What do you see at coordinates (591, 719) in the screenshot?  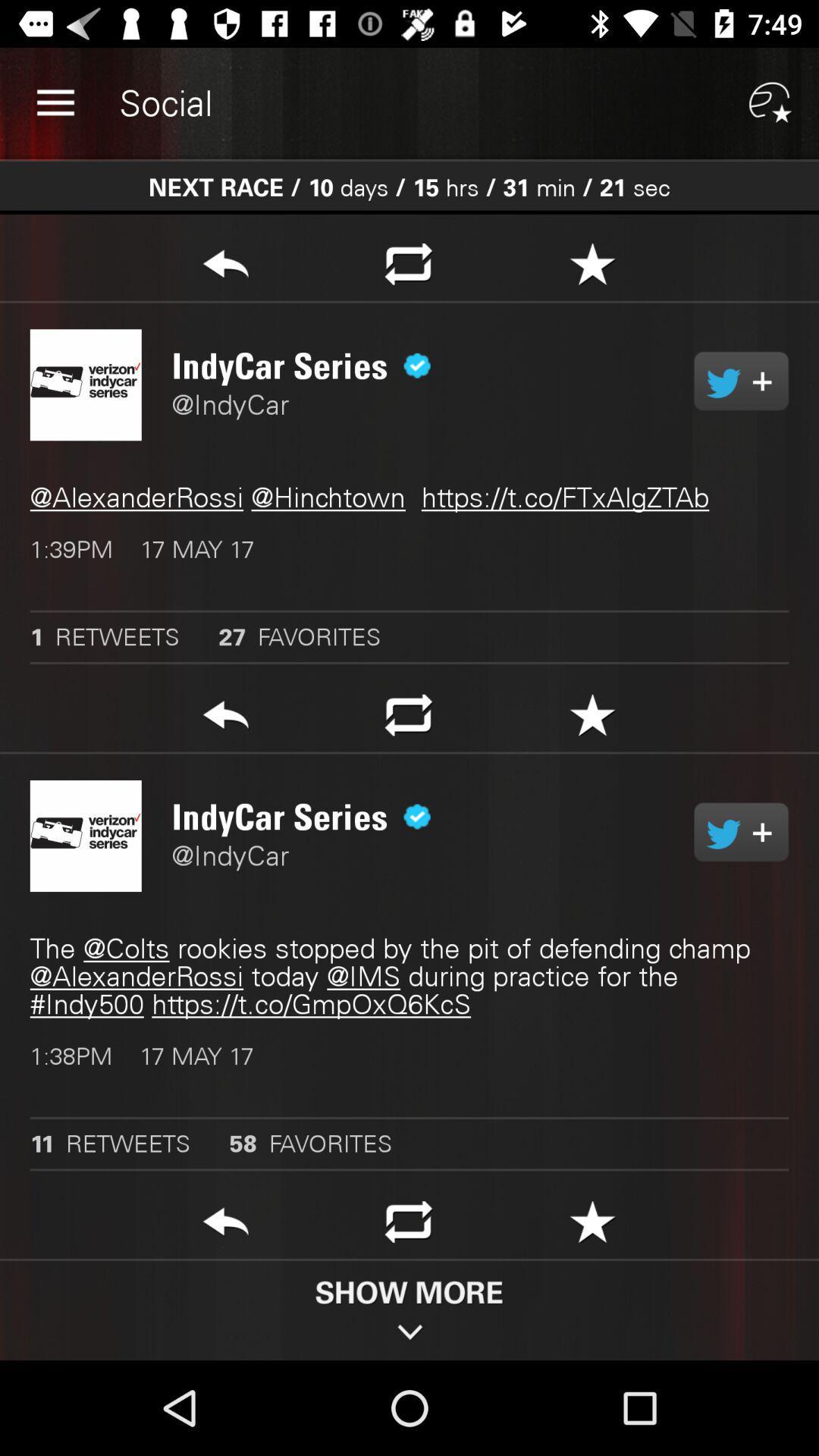 I see `the first  star symbol which is above indycar series` at bounding box center [591, 719].